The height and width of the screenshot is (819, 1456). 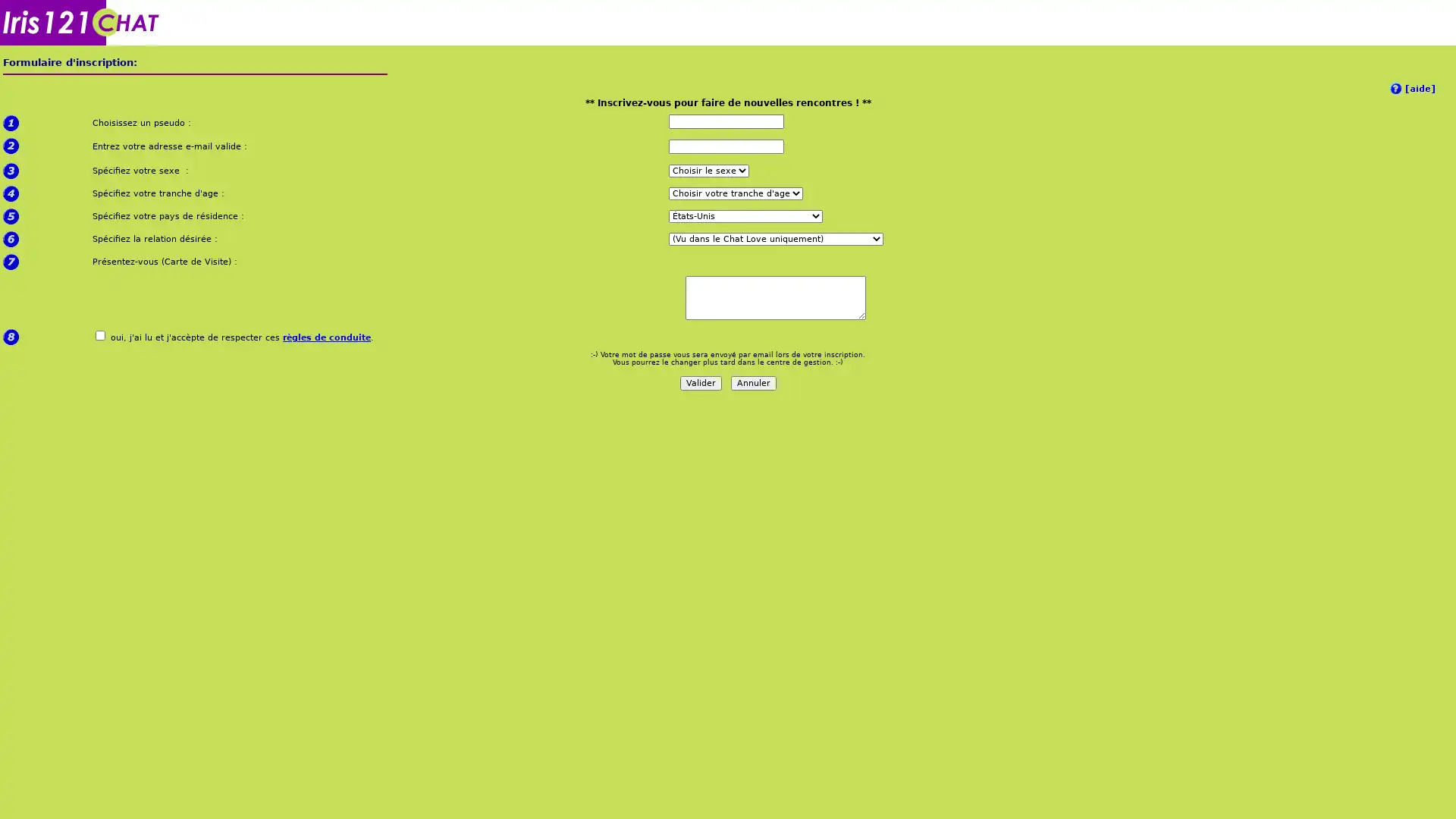 What do you see at coordinates (699, 382) in the screenshot?
I see `Valider` at bounding box center [699, 382].